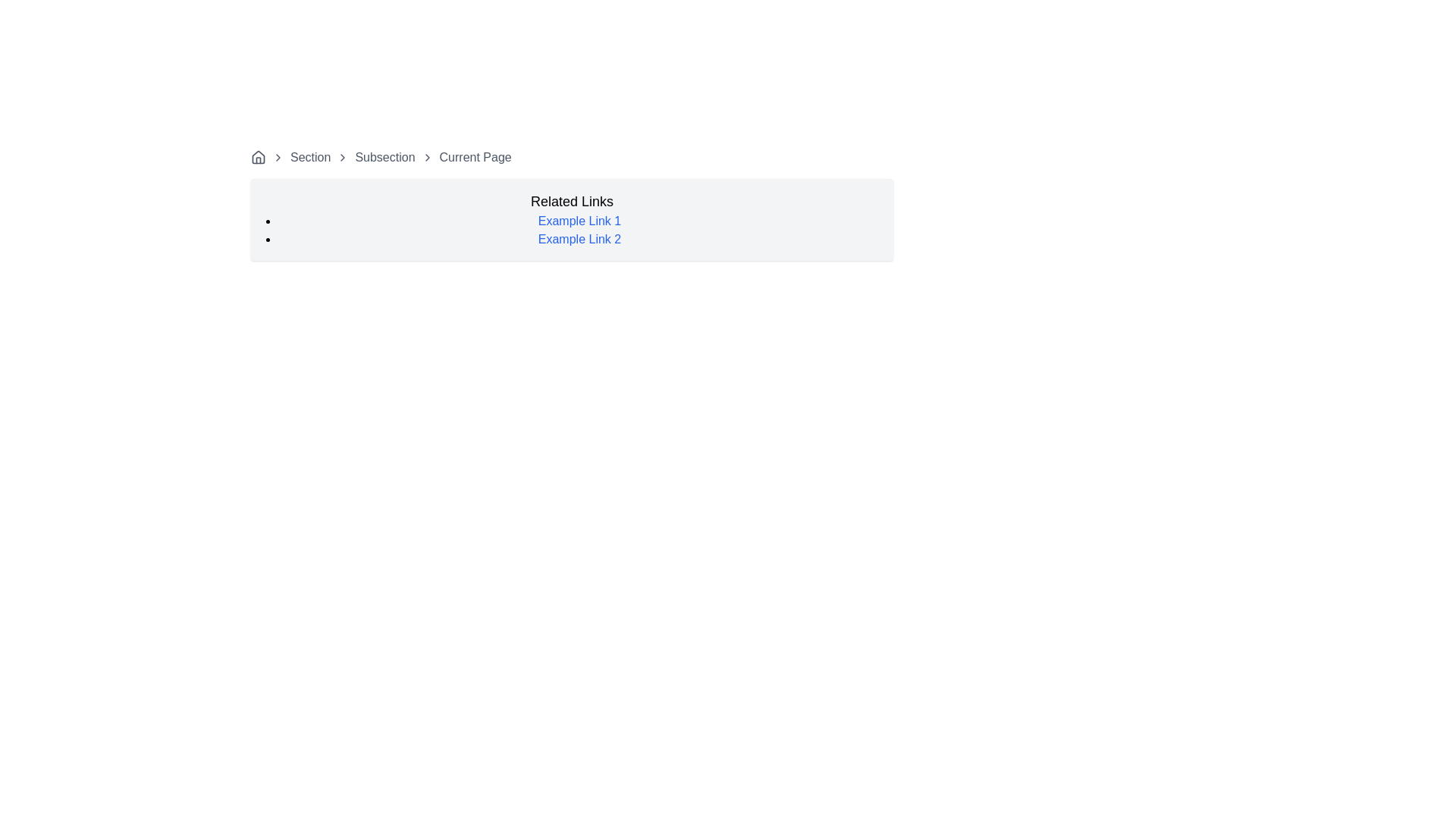  What do you see at coordinates (579, 239) in the screenshot?
I see `the second item in the 'Related Links' section` at bounding box center [579, 239].